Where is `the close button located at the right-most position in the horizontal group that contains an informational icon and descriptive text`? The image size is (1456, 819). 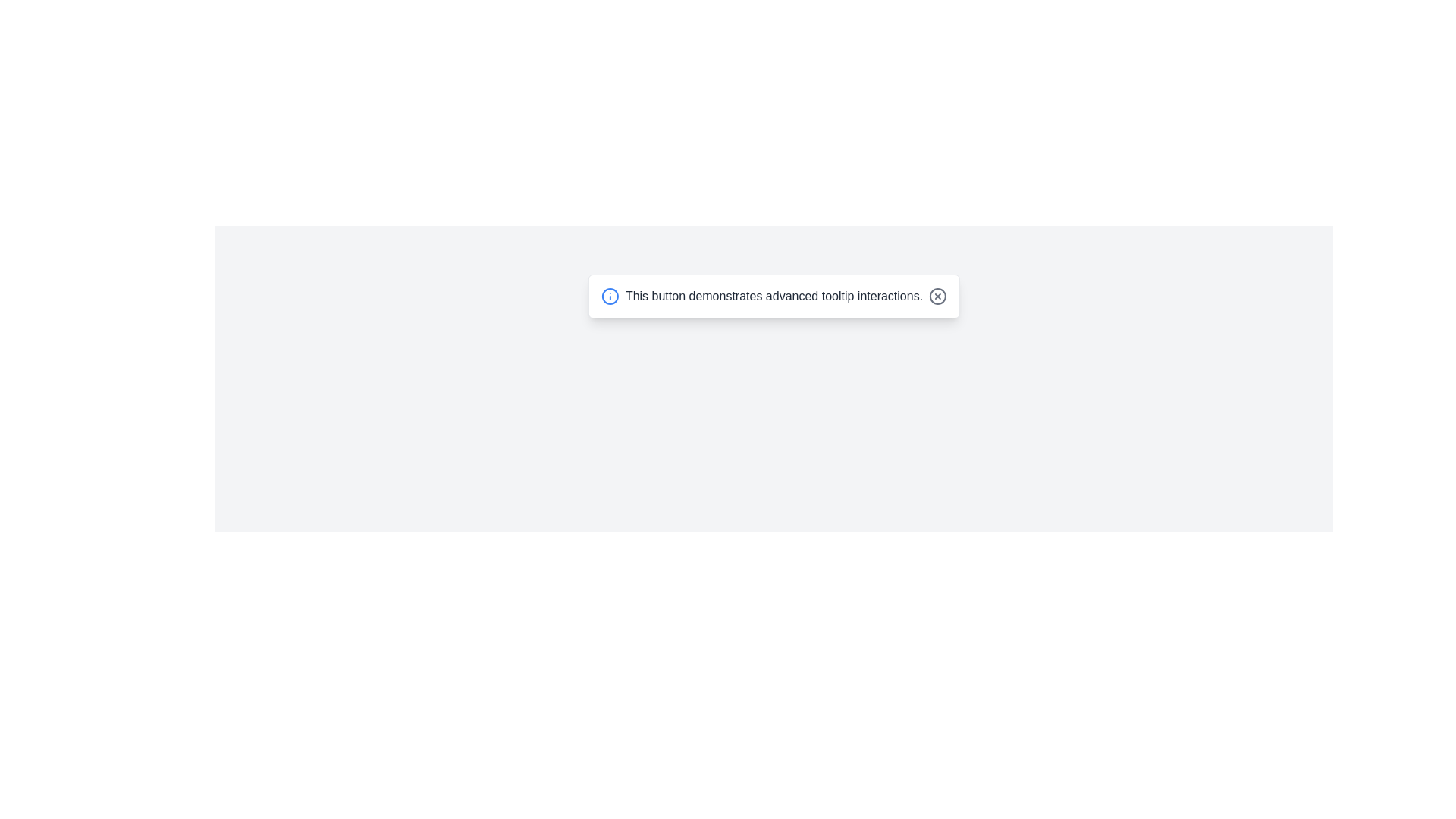
the close button located at the right-most position in the horizontal group that contains an informational icon and descriptive text is located at coordinates (937, 296).